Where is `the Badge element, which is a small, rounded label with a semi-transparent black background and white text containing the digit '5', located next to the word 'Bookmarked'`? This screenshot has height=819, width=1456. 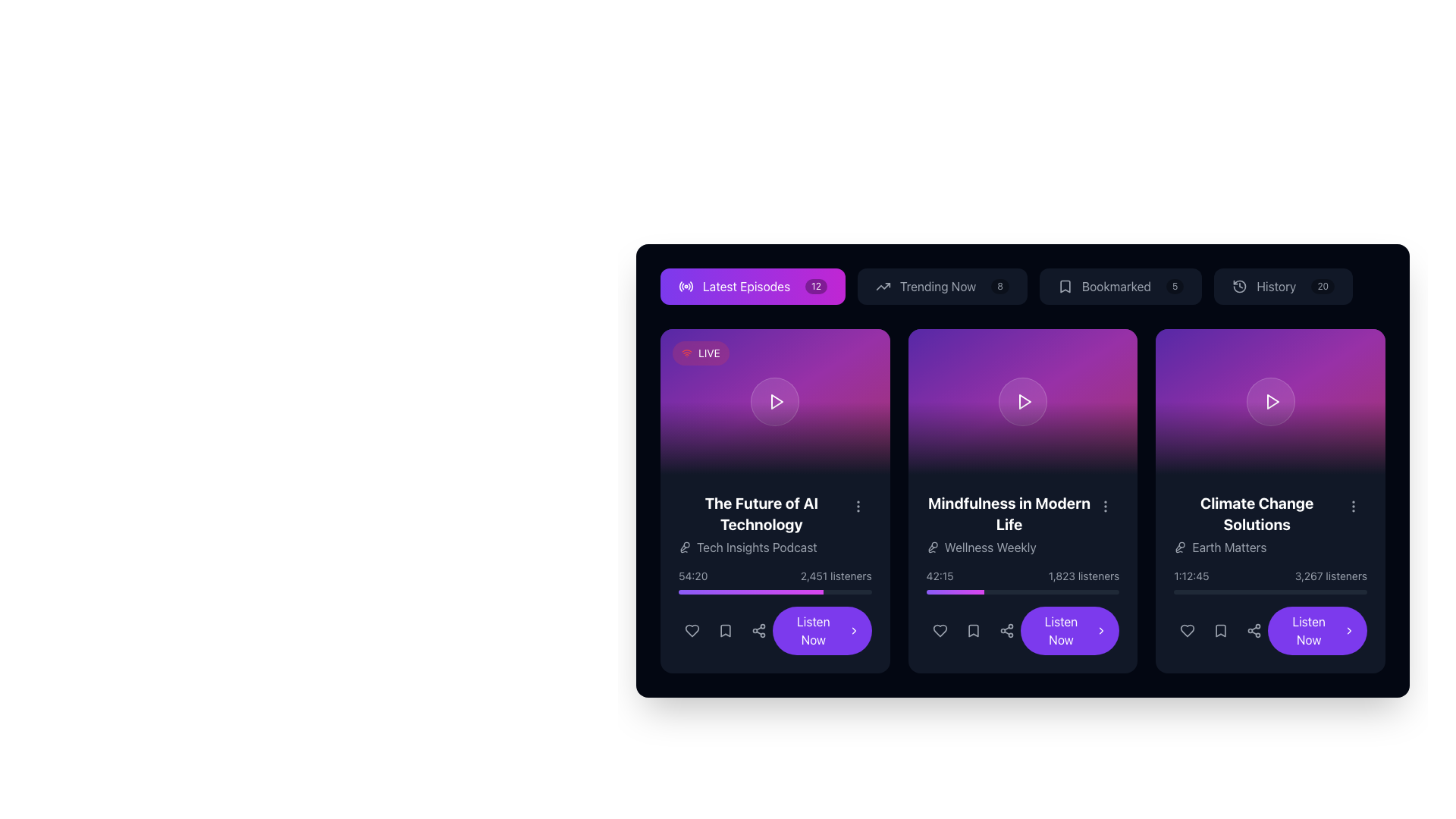
the Badge element, which is a small, rounded label with a semi-transparent black background and white text containing the digit '5', located next to the word 'Bookmarked' is located at coordinates (1174, 287).